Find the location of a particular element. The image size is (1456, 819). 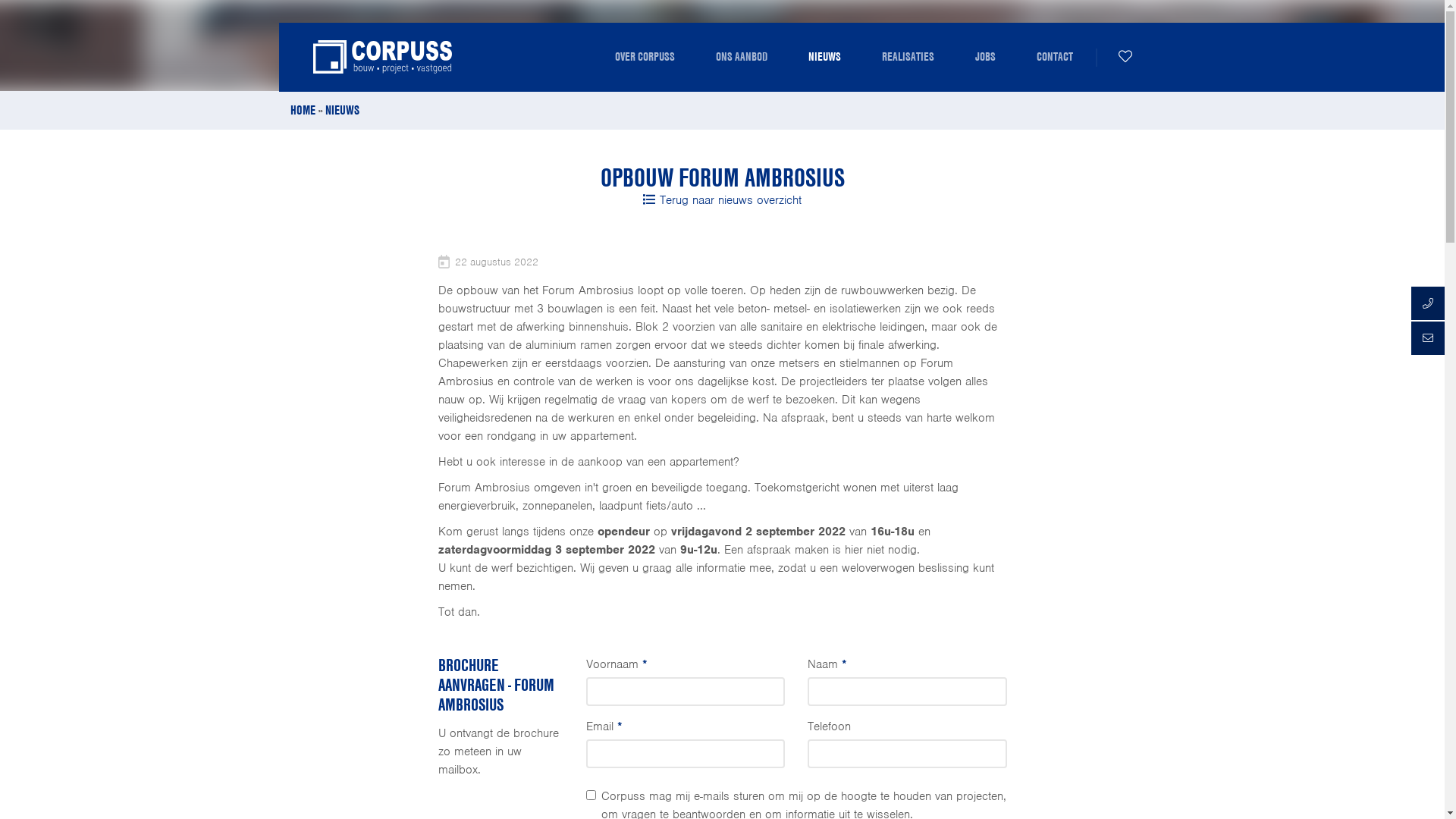

'Terug naar nieuws overzicht' is located at coordinates (721, 199).